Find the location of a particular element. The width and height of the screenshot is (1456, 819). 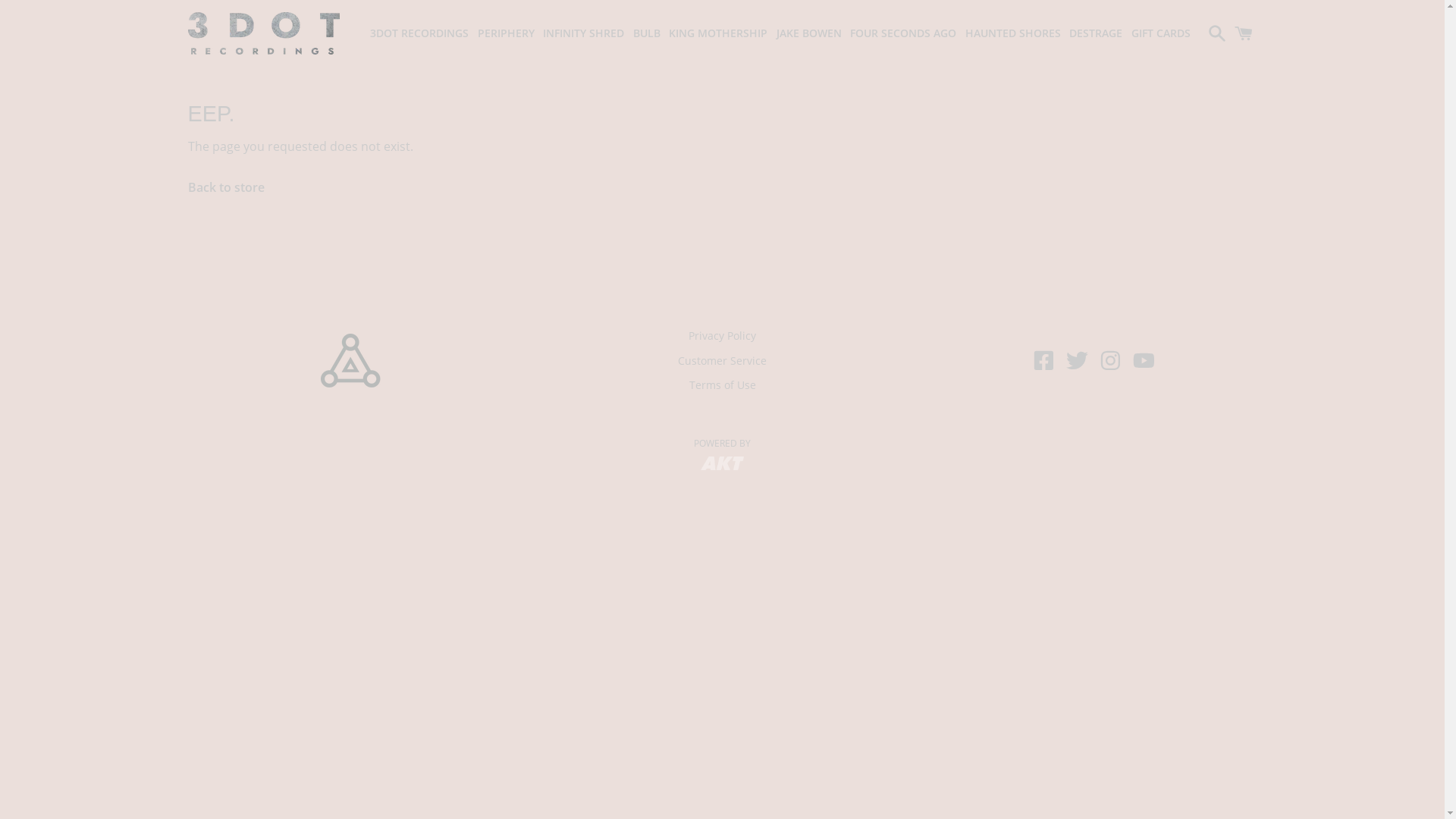

'Privacy Policy' is located at coordinates (673, 334).